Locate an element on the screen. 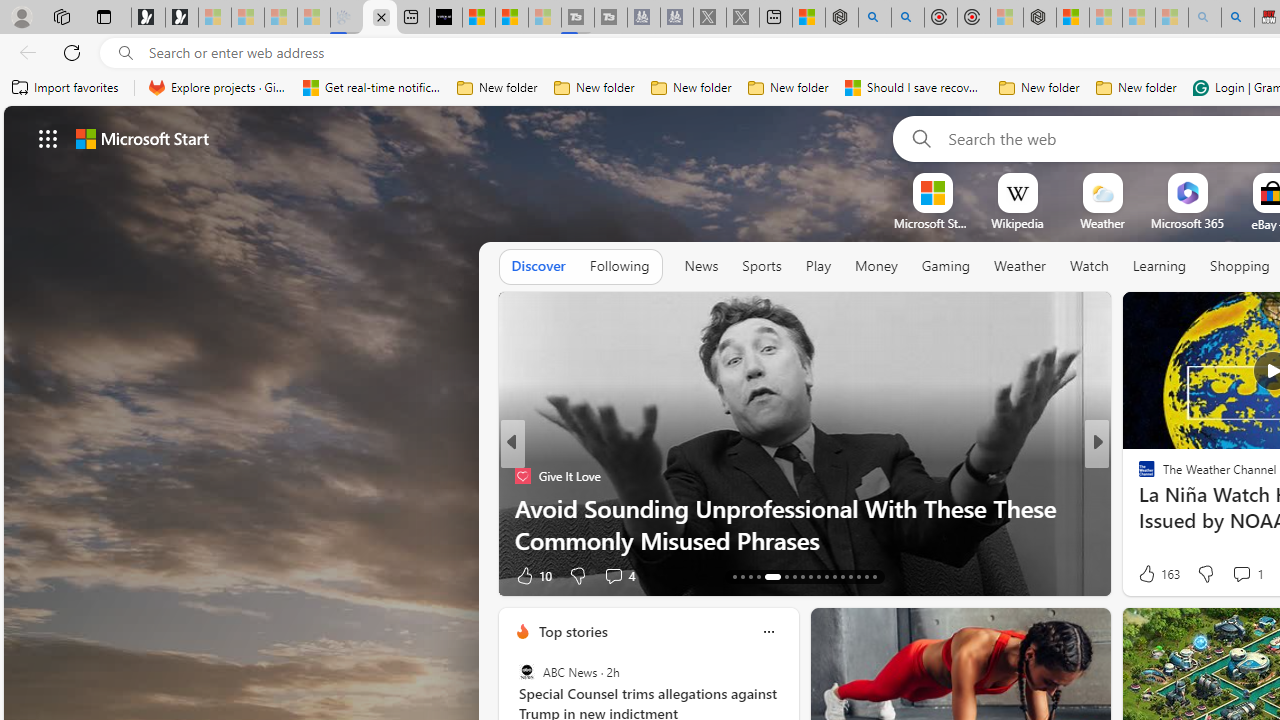  'amazon - Search - Sleeping' is located at coordinates (1204, 17).